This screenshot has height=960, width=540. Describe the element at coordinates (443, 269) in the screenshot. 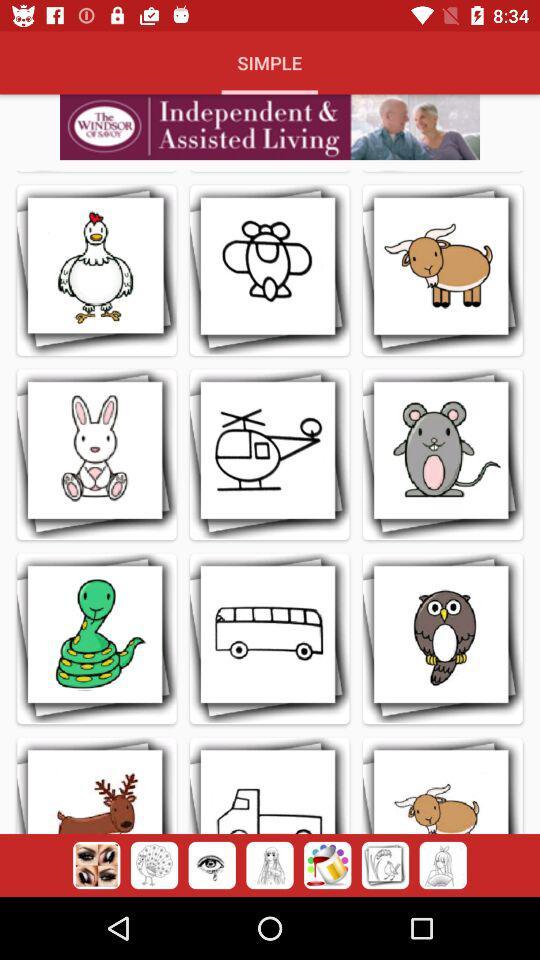

I see `the last image in the first row` at that location.